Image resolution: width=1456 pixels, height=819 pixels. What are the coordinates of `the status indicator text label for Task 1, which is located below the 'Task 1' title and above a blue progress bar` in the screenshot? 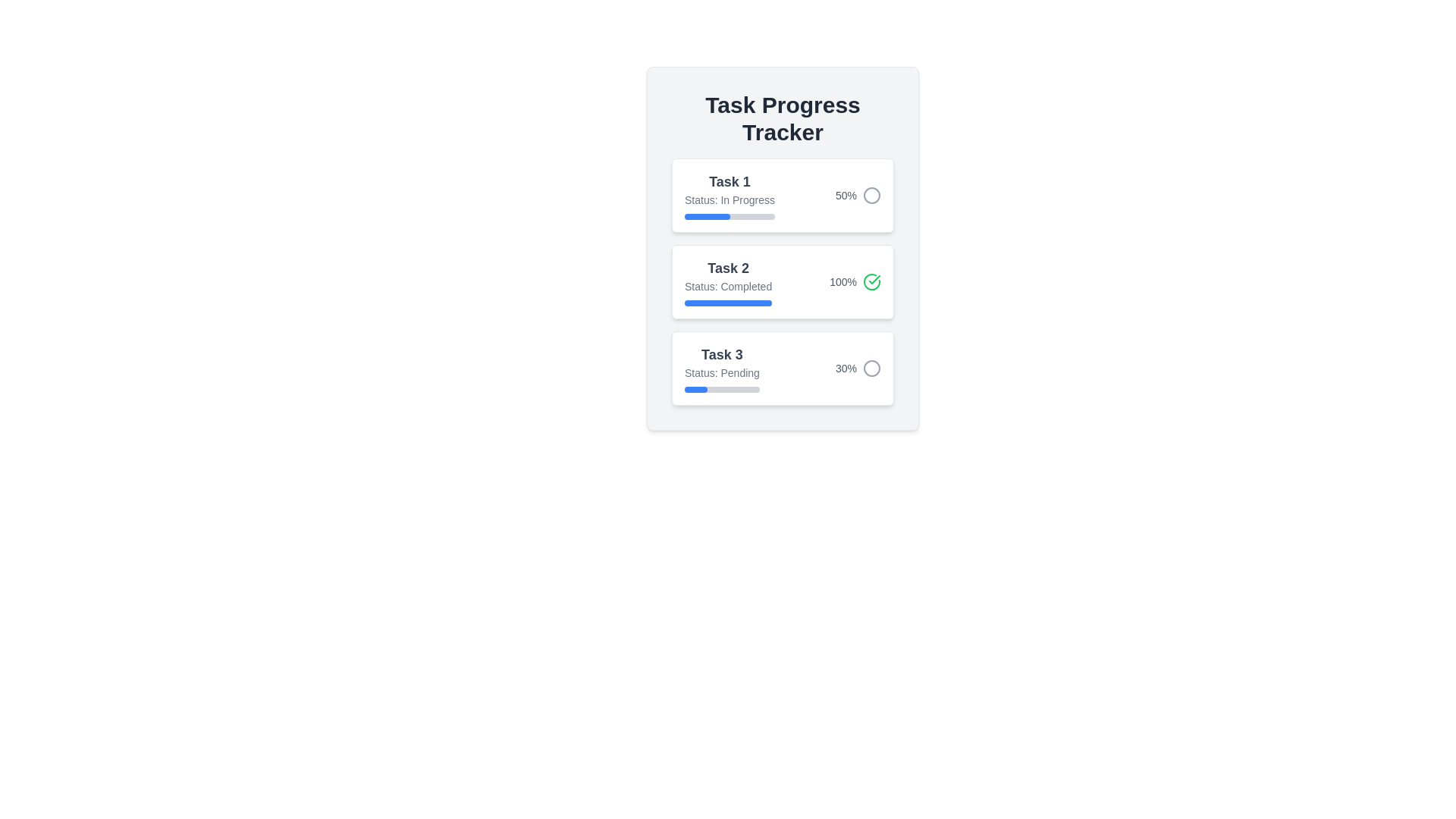 It's located at (730, 199).